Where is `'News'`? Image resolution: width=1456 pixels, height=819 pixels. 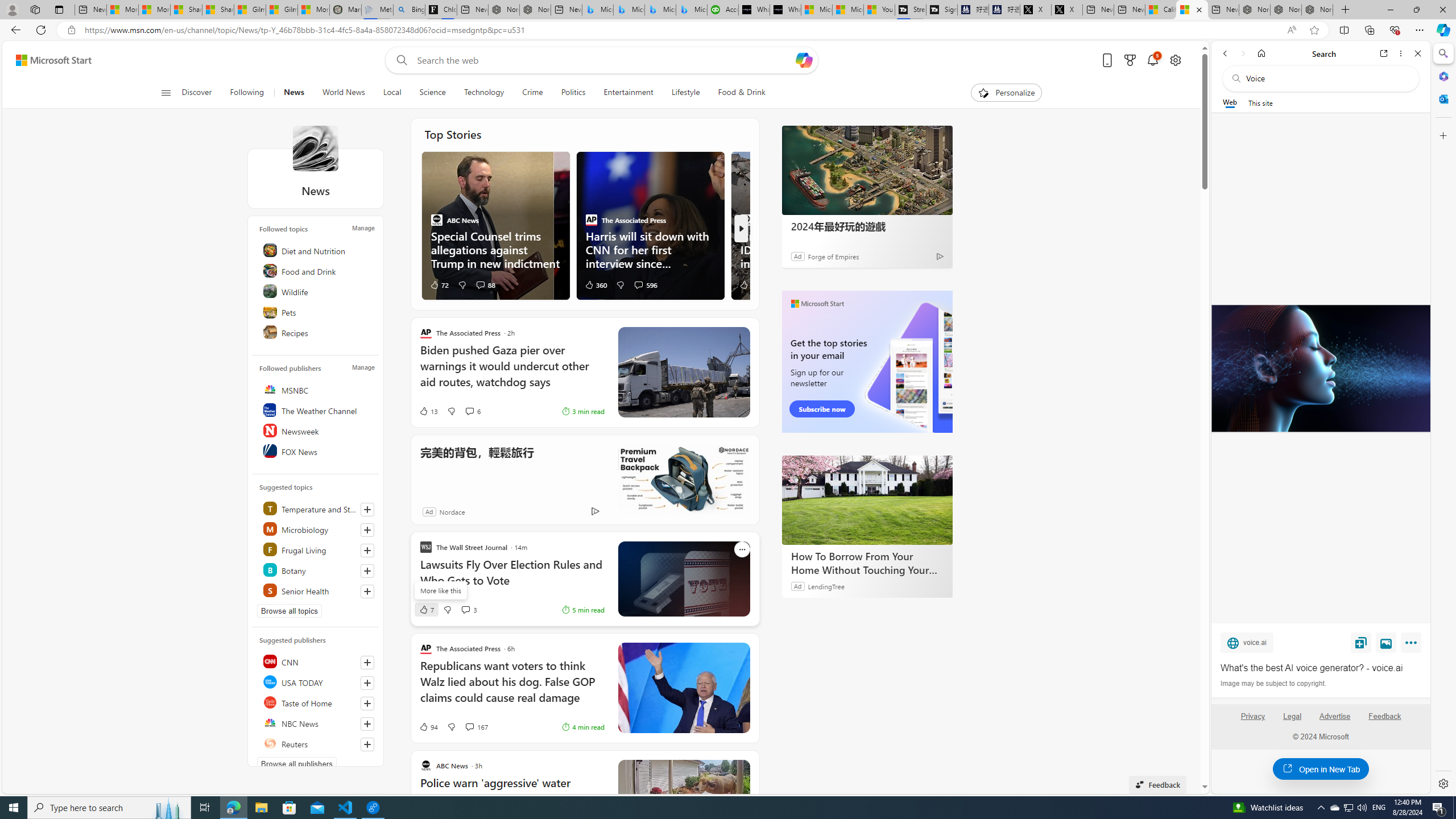 'News' is located at coordinates (315, 148).